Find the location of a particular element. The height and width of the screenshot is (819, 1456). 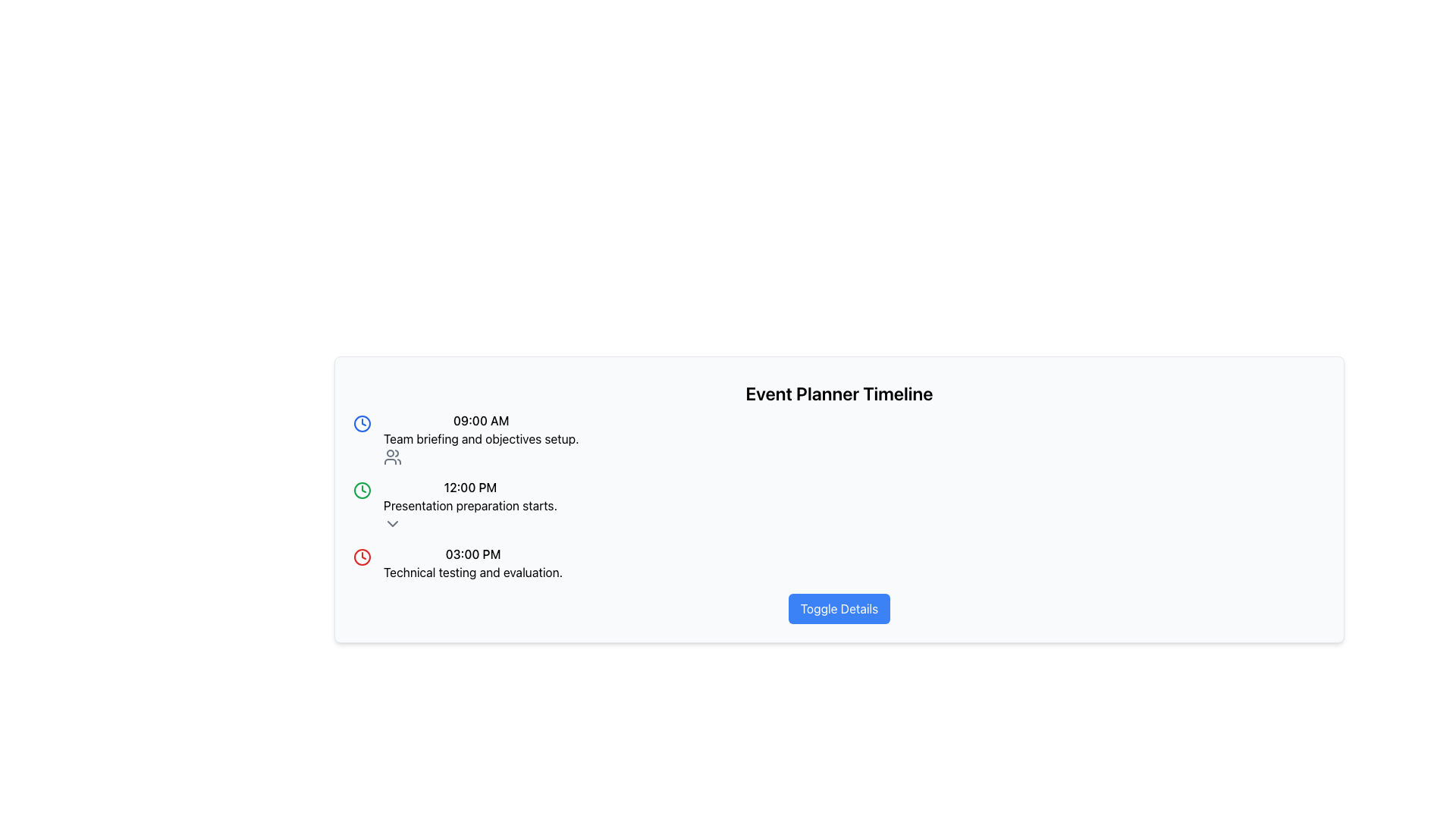

the blue clock icon located at the top-left corner of the '09:00 AM Team briefing and objectives setup.' event description is located at coordinates (362, 424).